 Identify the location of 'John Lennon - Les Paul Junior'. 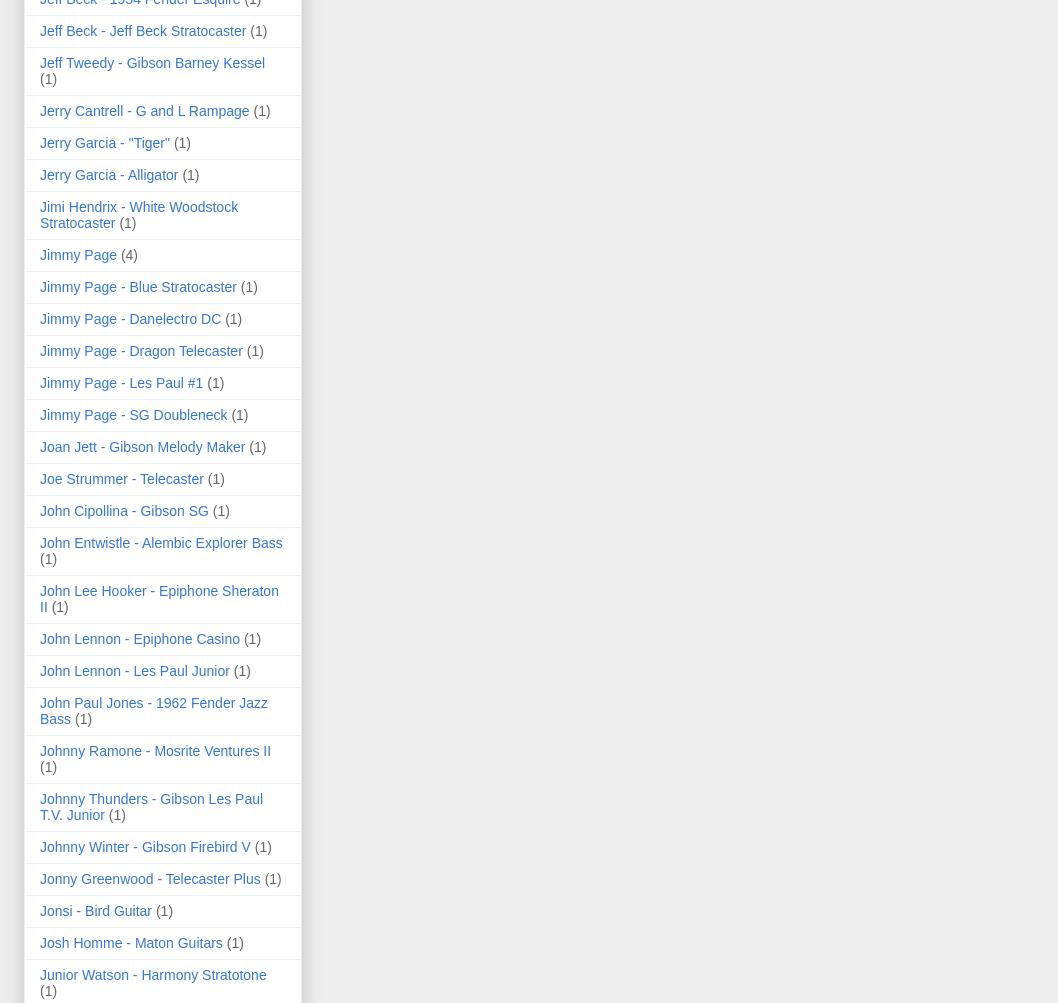
(133, 670).